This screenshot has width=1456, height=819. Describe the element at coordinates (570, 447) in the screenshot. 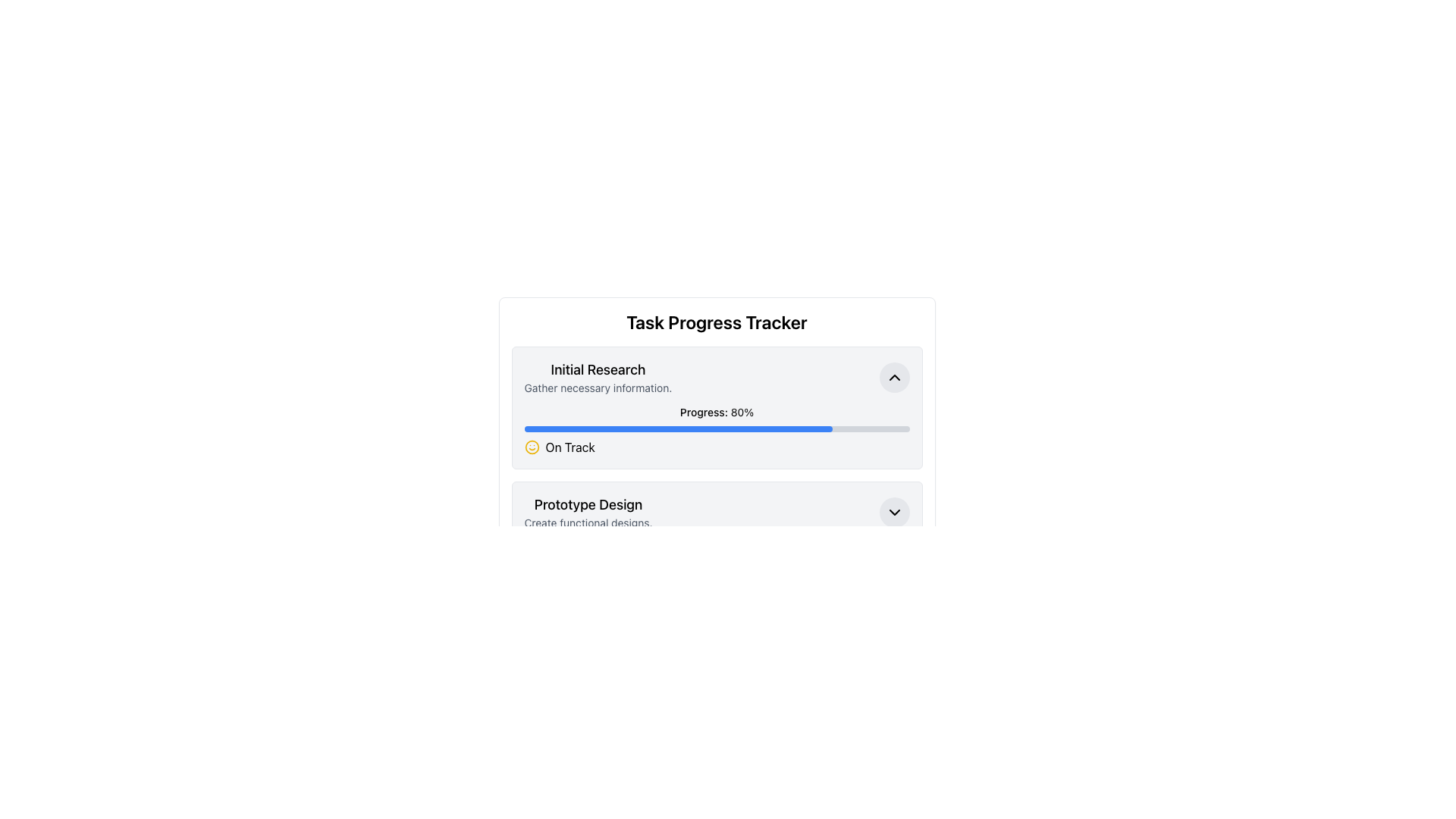

I see `and interpret the 'On Track' text label located to the right of the yellow smiling face icon in the task progress section for 'Initial Research.'` at that location.